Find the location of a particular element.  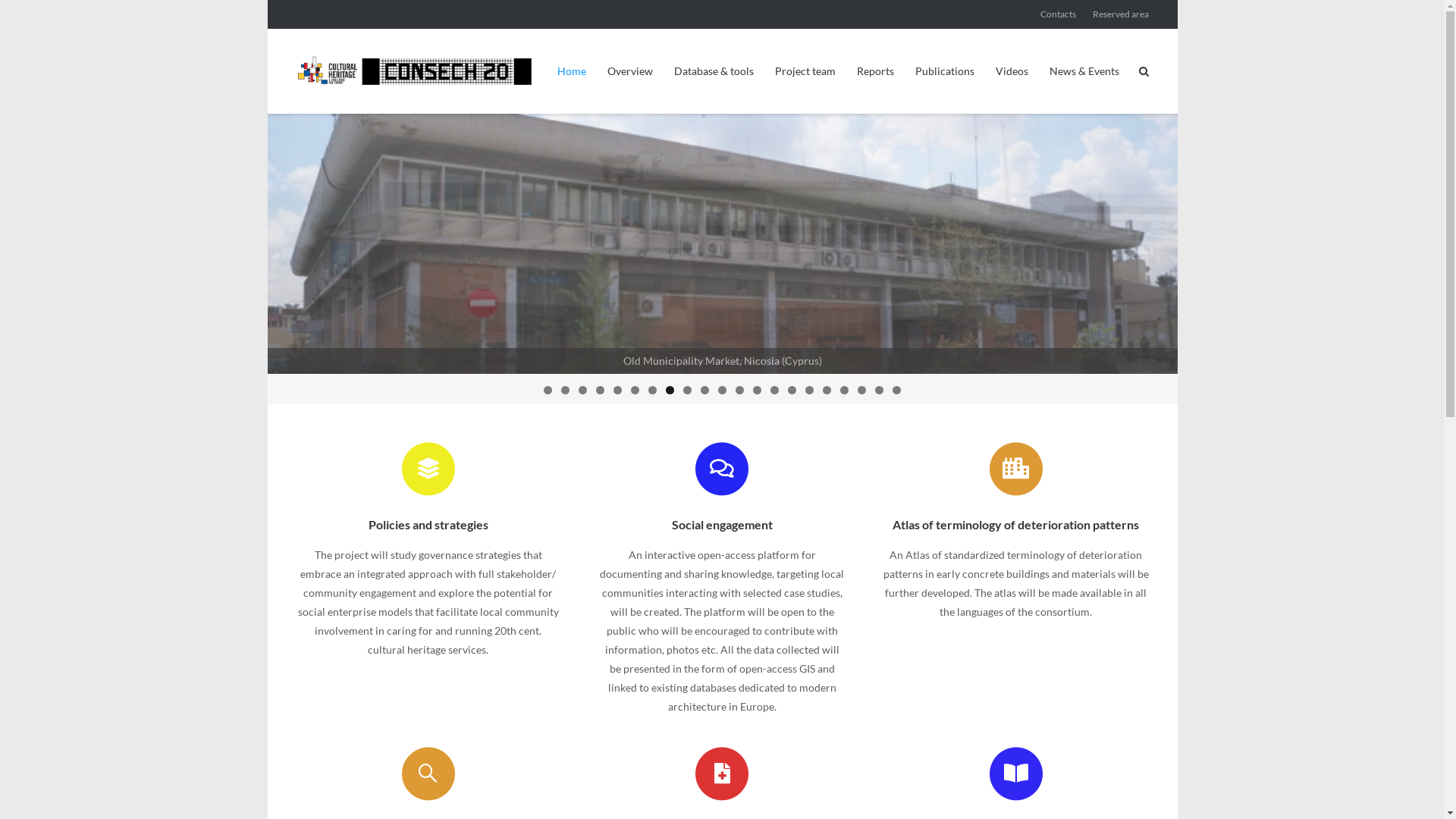

'21' is located at coordinates (896, 389).